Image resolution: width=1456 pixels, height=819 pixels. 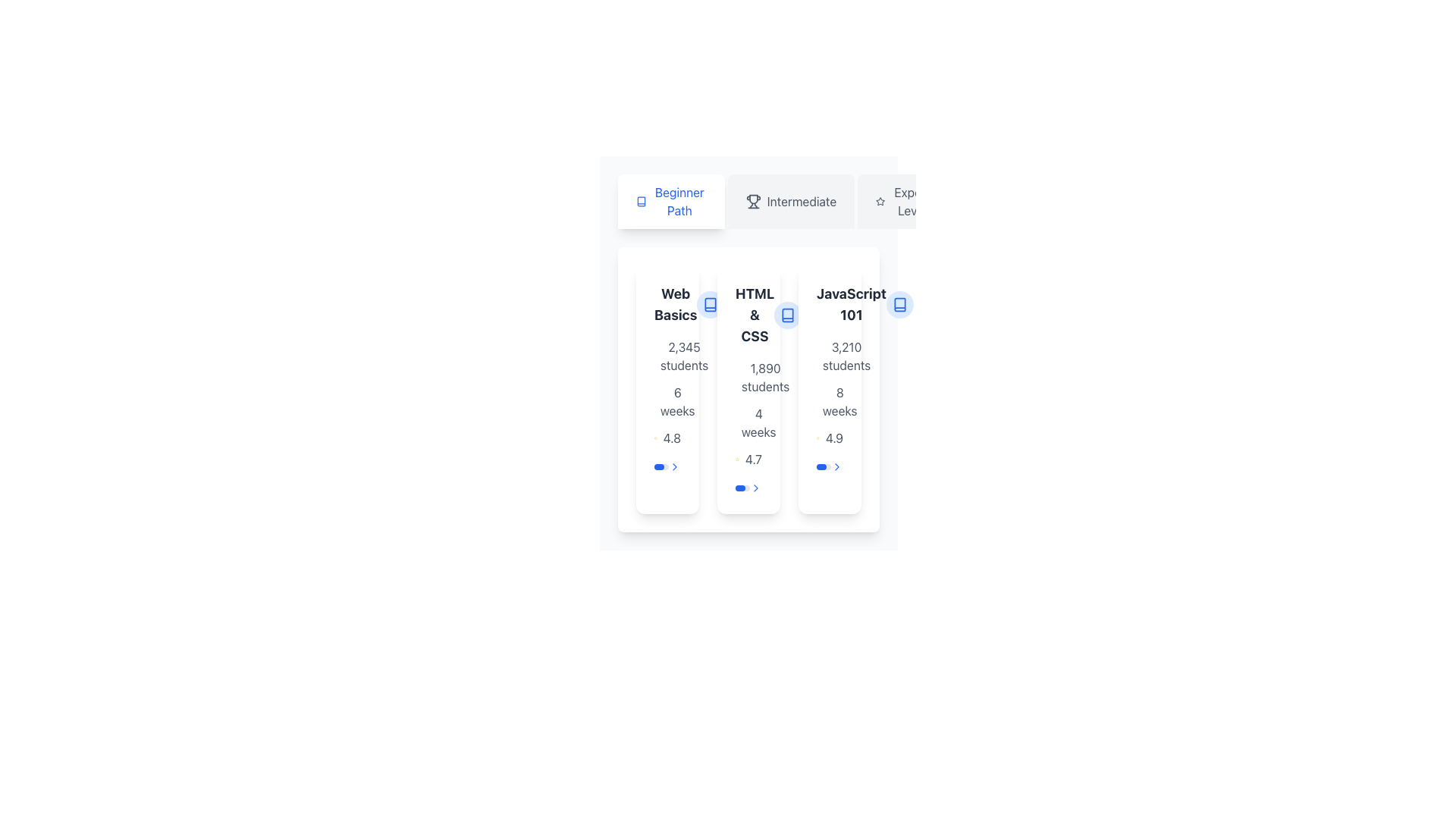 What do you see at coordinates (753, 458) in the screenshot?
I see `the static text label displaying the rating '4.7', which is positioned next to a star symbol in the card labeled 'HTML & CSS'` at bounding box center [753, 458].